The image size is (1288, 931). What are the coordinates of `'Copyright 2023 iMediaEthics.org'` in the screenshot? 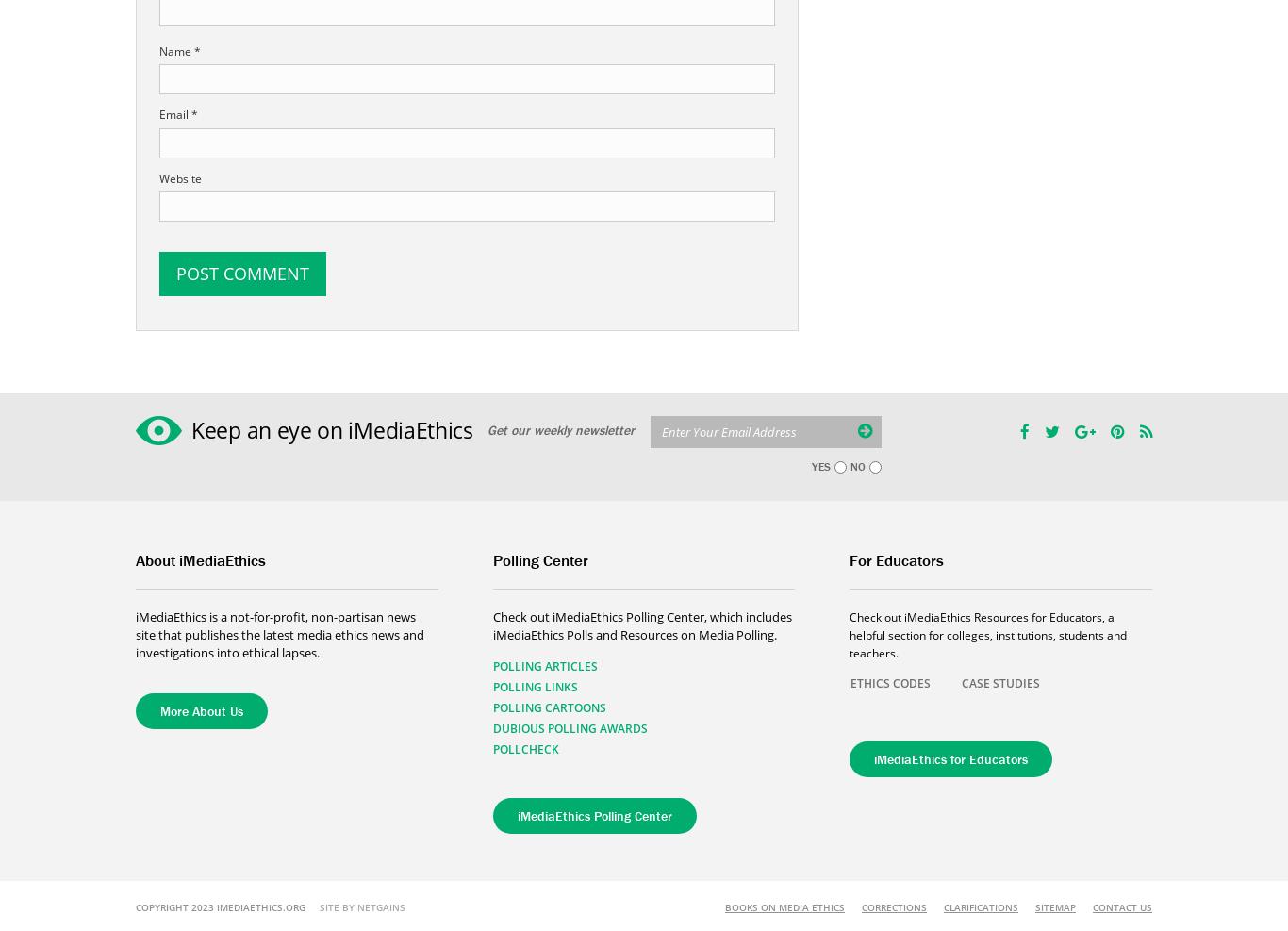 It's located at (227, 906).